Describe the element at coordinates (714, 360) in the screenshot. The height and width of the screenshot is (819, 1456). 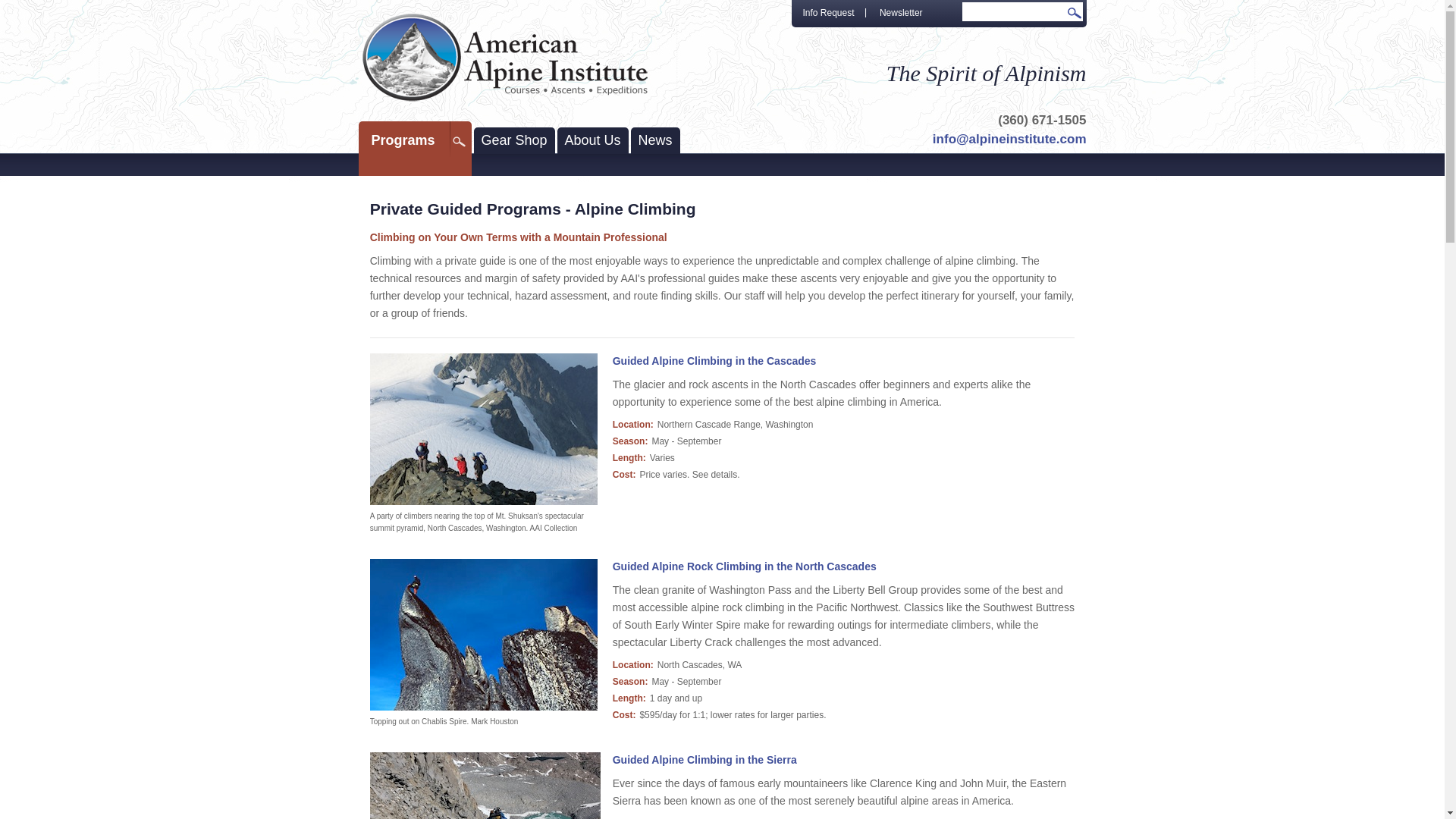
I see `'Guided Alpine Climbing in the Cascades'` at that location.